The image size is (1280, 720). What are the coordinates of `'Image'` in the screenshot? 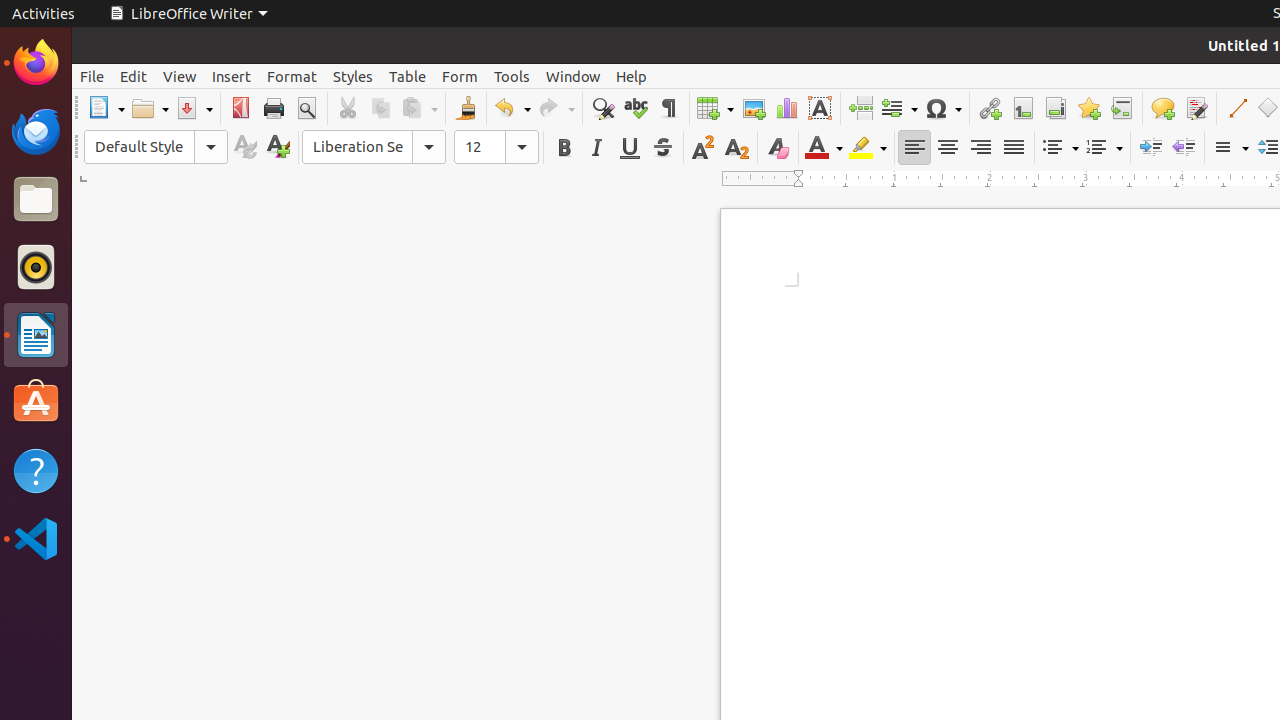 It's located at (752, 108).